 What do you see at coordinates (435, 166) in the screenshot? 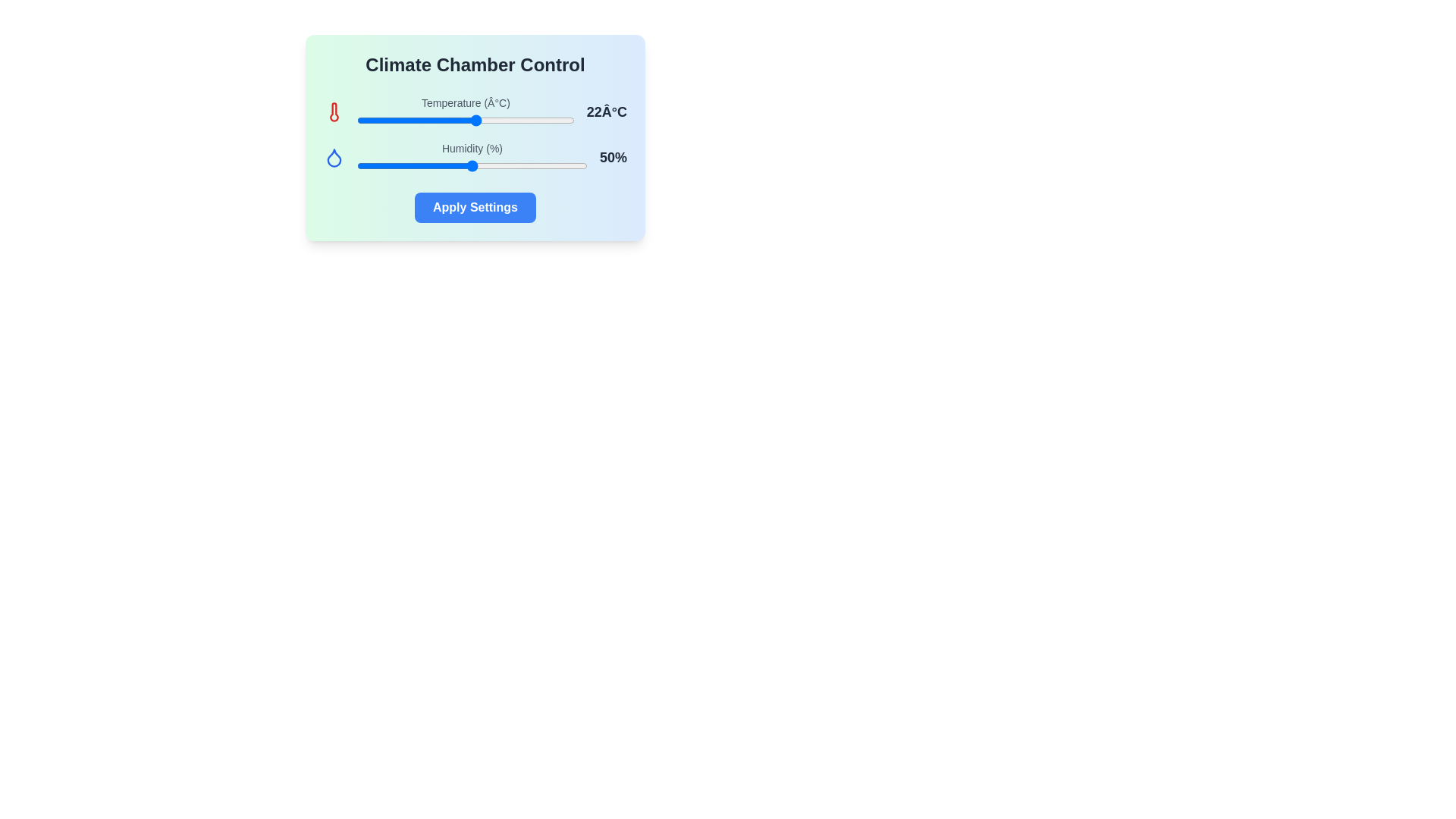
I see `the humidity slider to 34%` at bounding box center [435, 166].